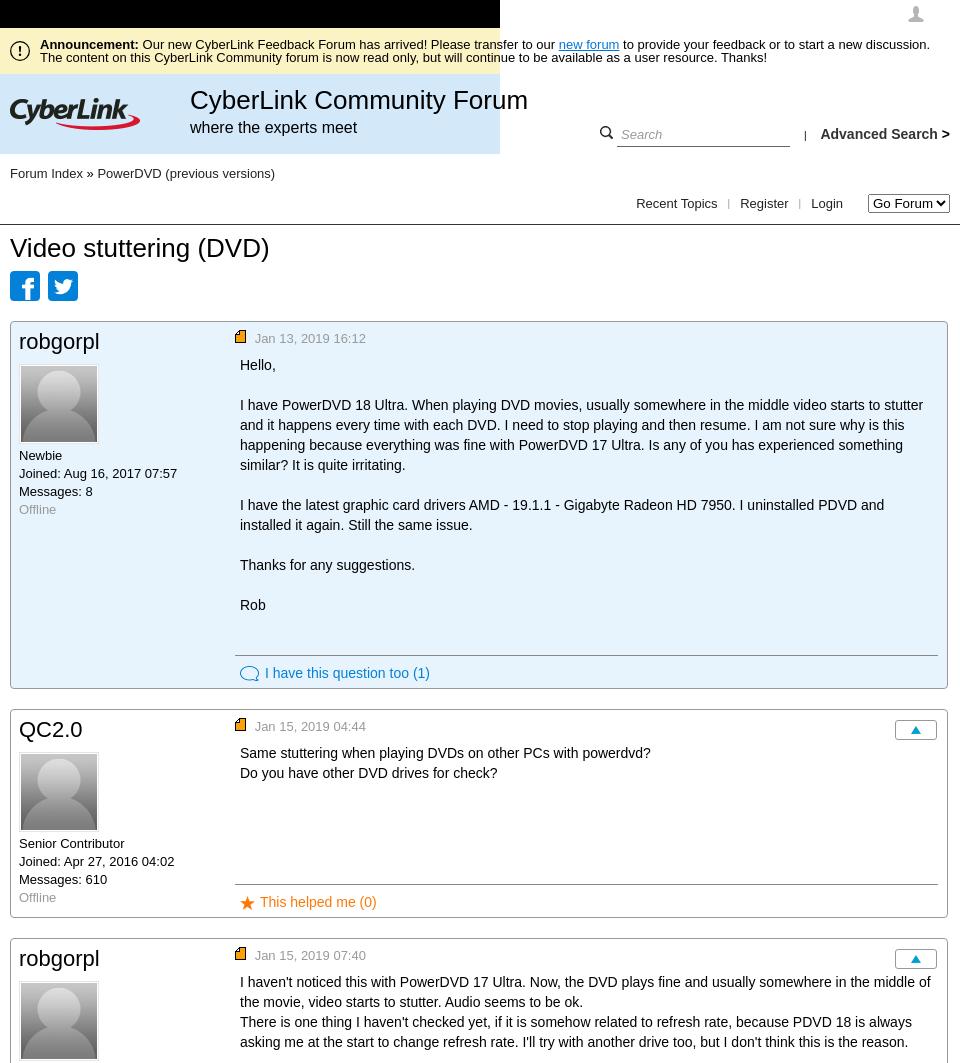 The width and height of the screenshot is (960, 1063). What do you see at coordinates (251, 603) in the screenshot?
I see `'Rob'` at bounding box center [251, 603].